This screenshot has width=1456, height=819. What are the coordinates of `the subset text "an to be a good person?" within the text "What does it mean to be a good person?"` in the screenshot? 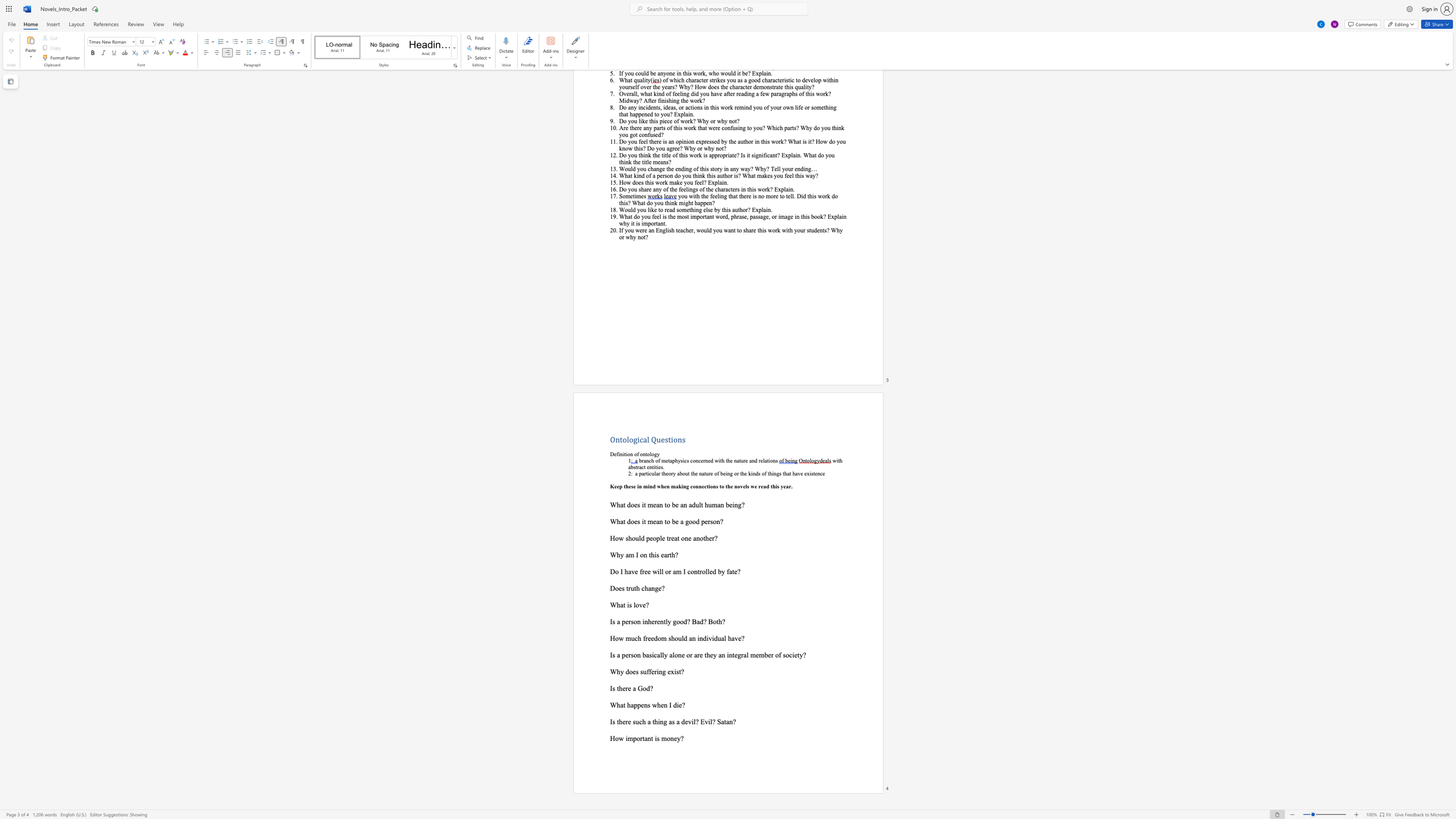 It's located at (656, 521).